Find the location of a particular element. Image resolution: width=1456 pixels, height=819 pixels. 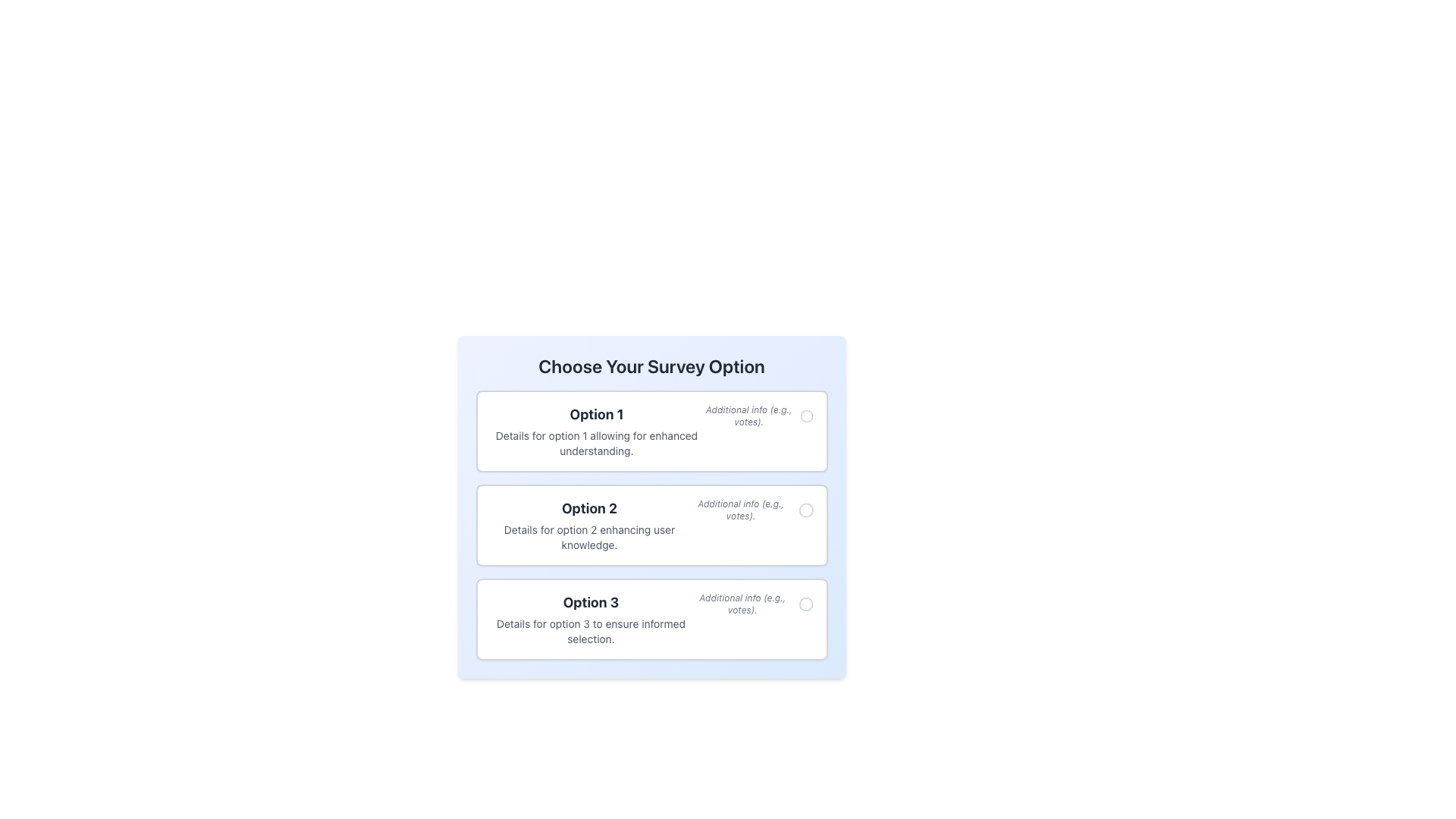

the text element displaying 'Details for option 3 to ensure informed selection.' located in the 'Option 3' section, styled in gray and smaller font, positioned below its heading is located at coordinates (590, 632).